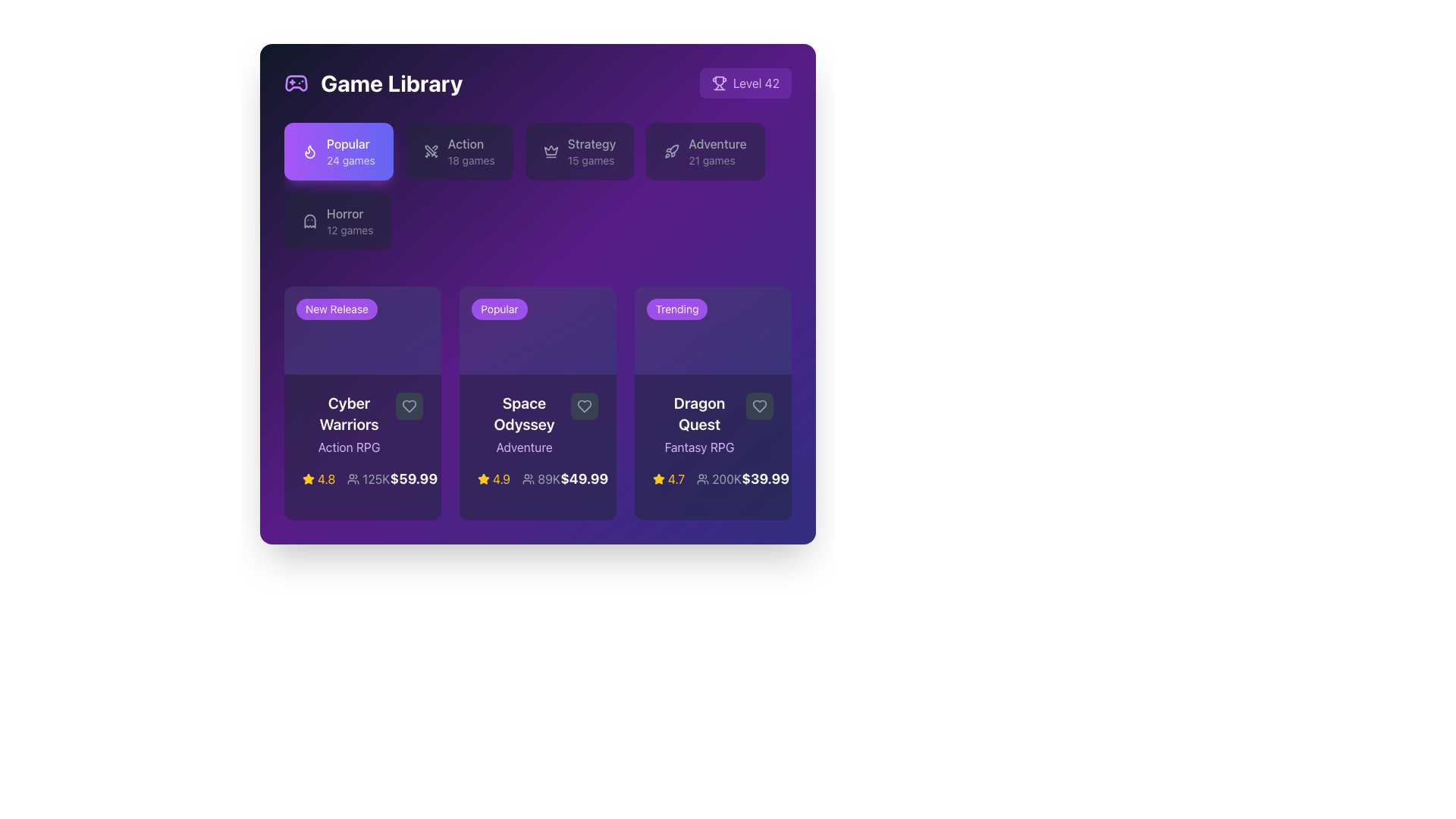 The image size is (1456, 819). Describe the element at coordinates (584, 406) in the screenshot. I see `the small gray heart icon located in the card for the game 'Space Odyssey' to mark the game as a favorite` at that location.